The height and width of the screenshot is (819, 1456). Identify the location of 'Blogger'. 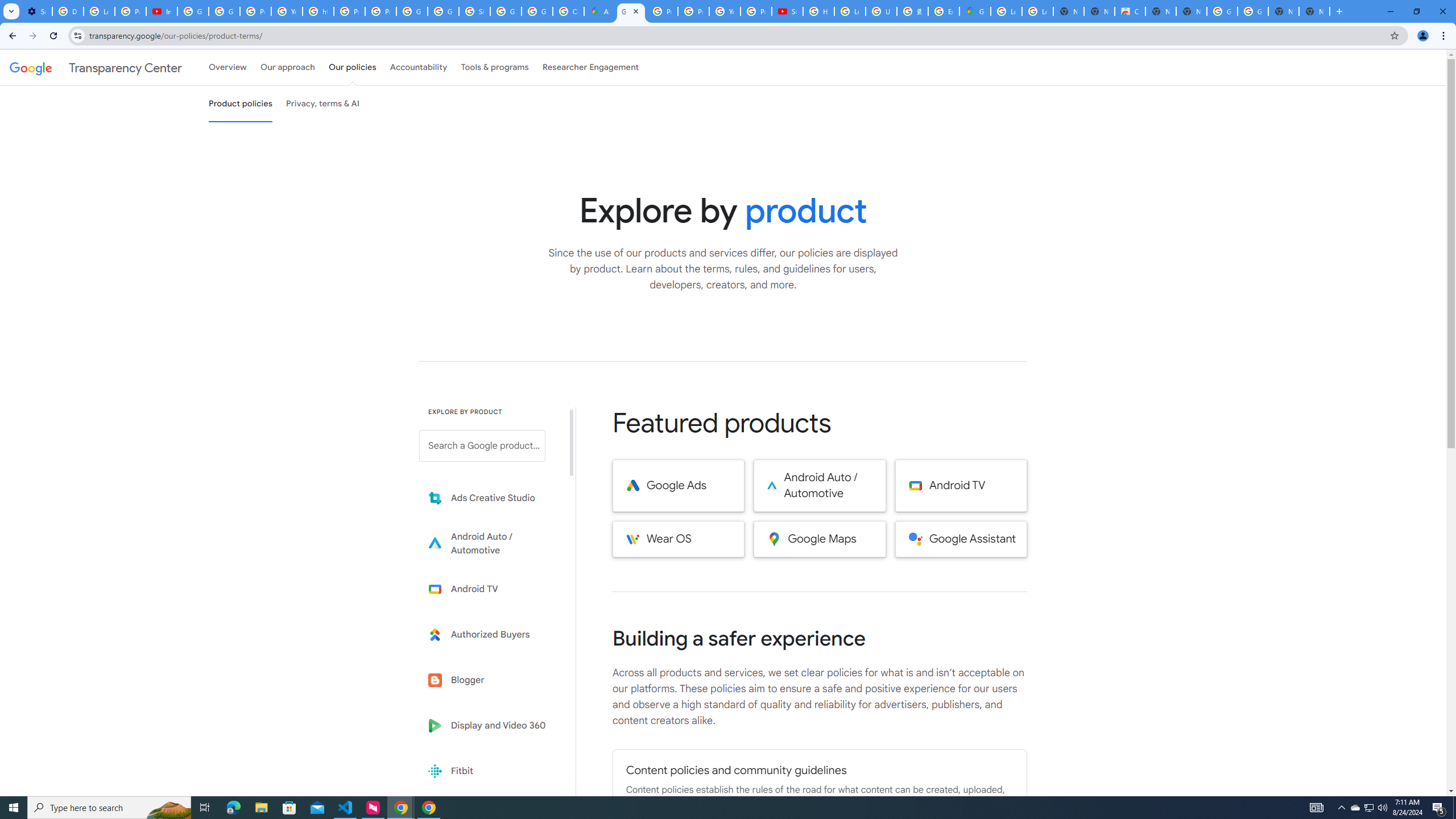
(490, 679).